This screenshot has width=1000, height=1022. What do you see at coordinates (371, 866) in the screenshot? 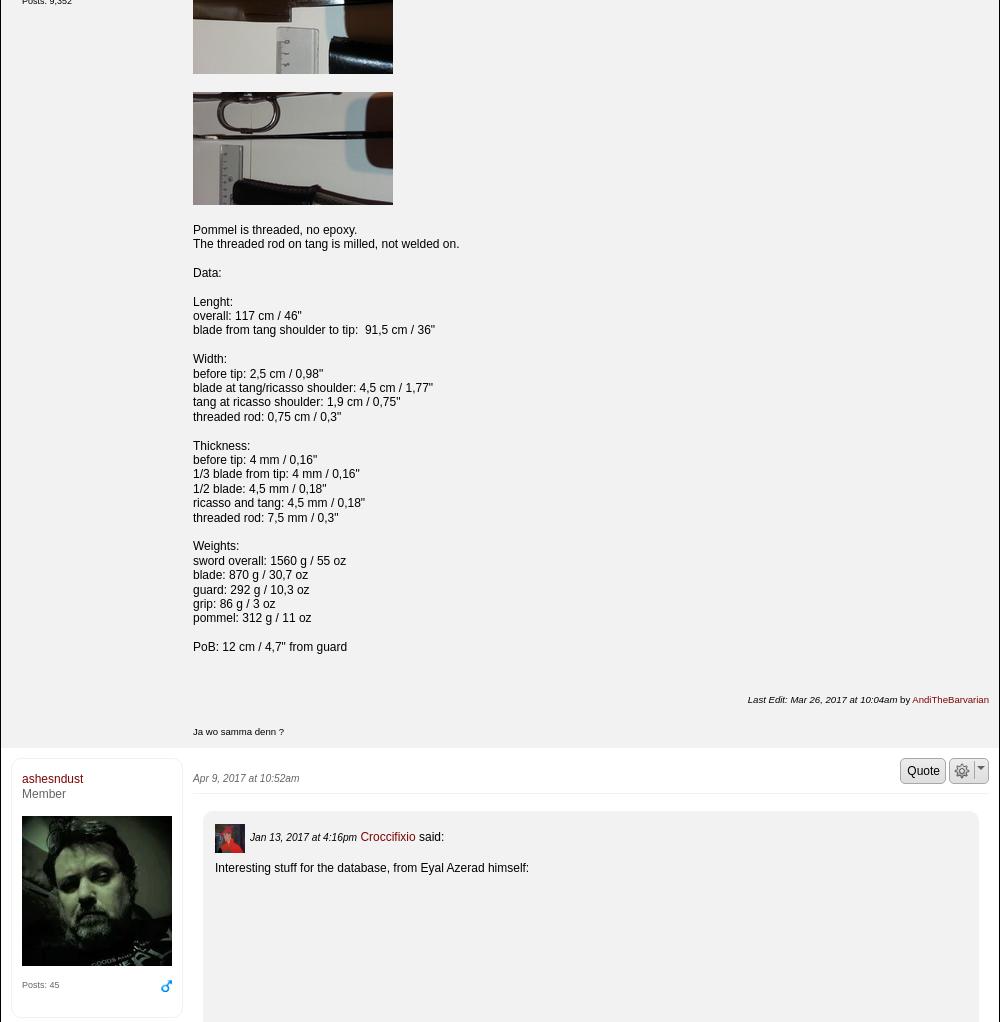
I see `'Interesting stuff for the database, from Eyal Azerad himself:'` at bounding box center [371, 866].